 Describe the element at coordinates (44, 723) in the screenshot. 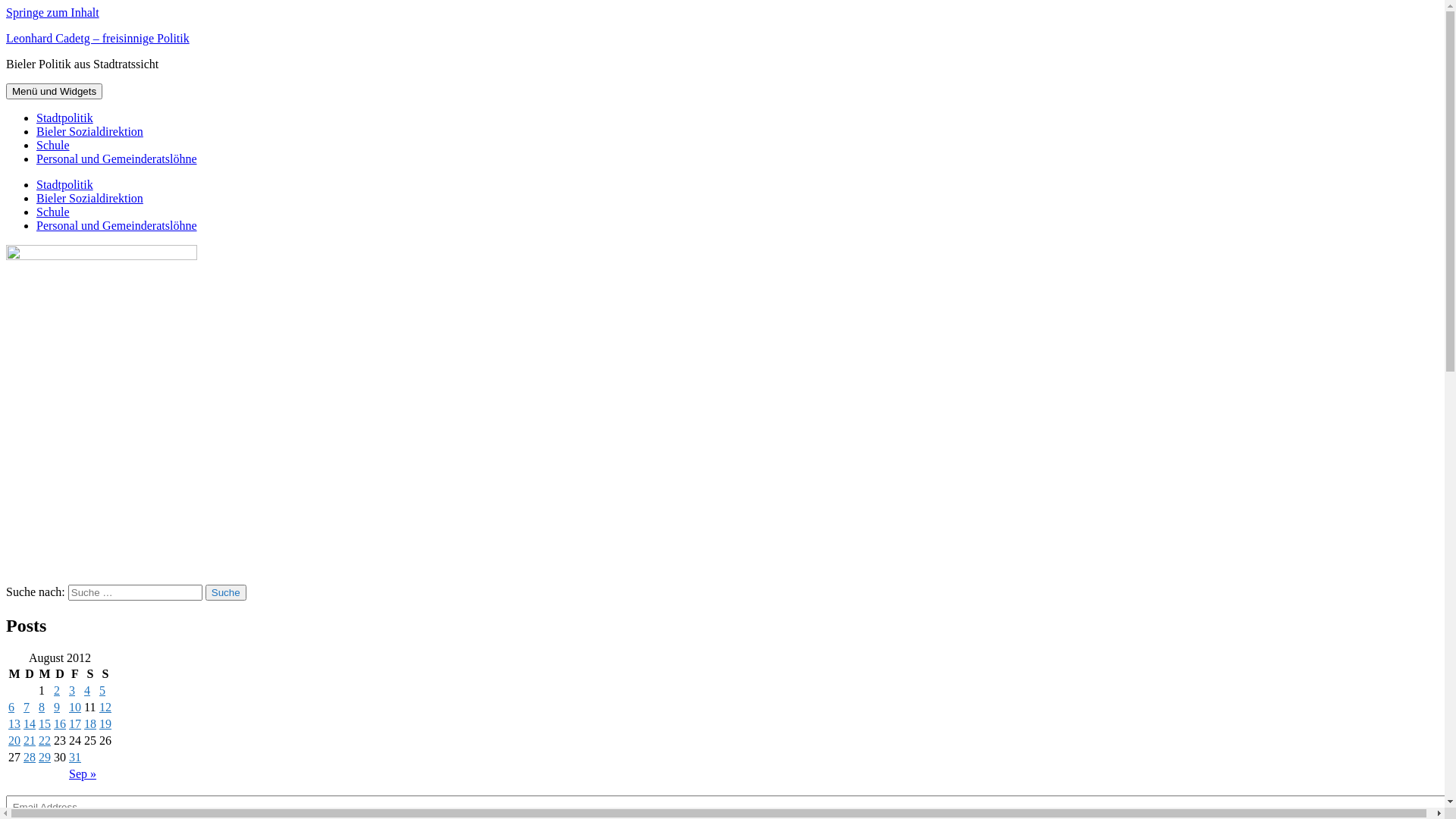

I see `'15'` at that location.